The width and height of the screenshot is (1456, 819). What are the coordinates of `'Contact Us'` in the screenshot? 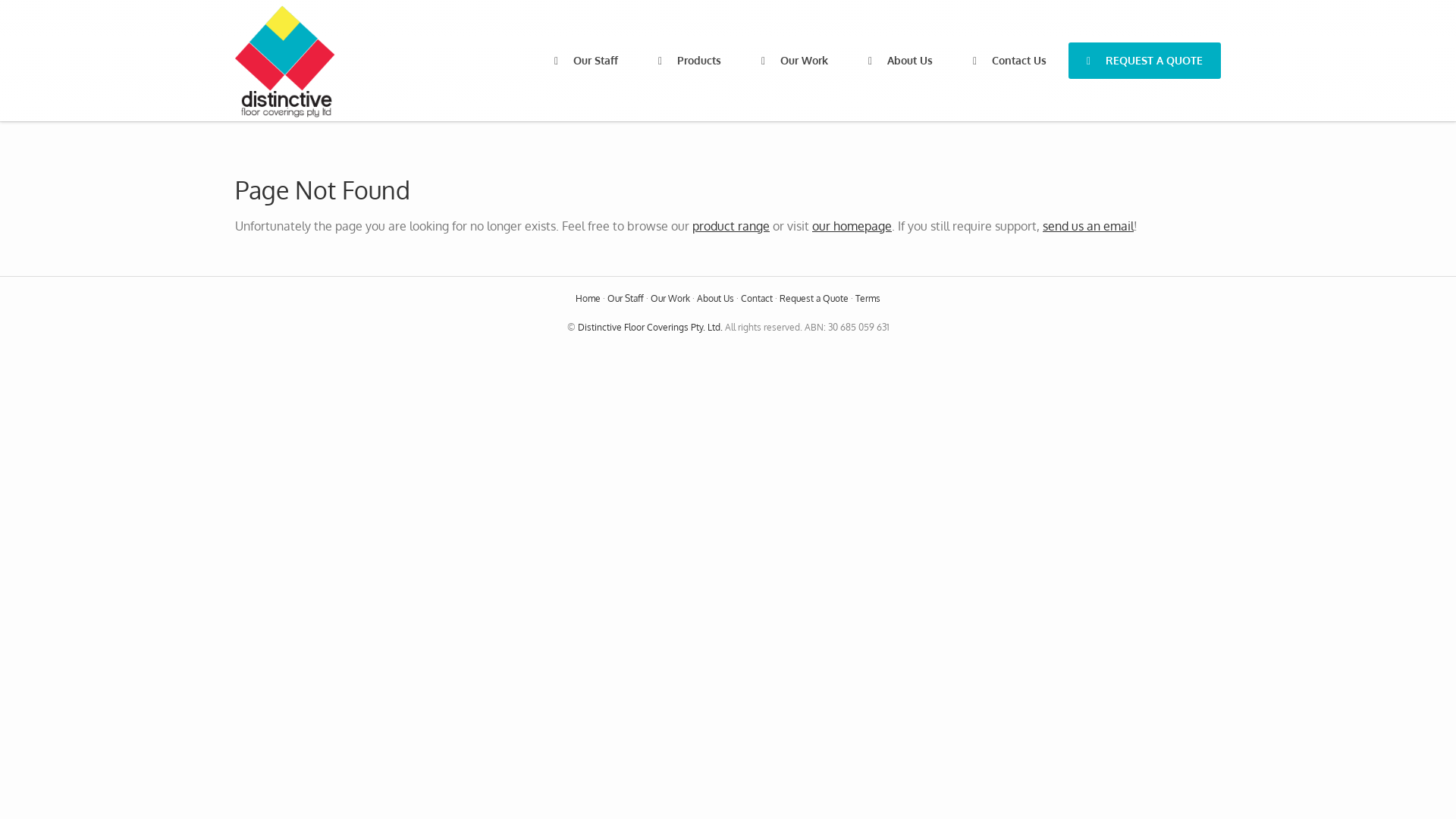 It's located at (1009, 60).